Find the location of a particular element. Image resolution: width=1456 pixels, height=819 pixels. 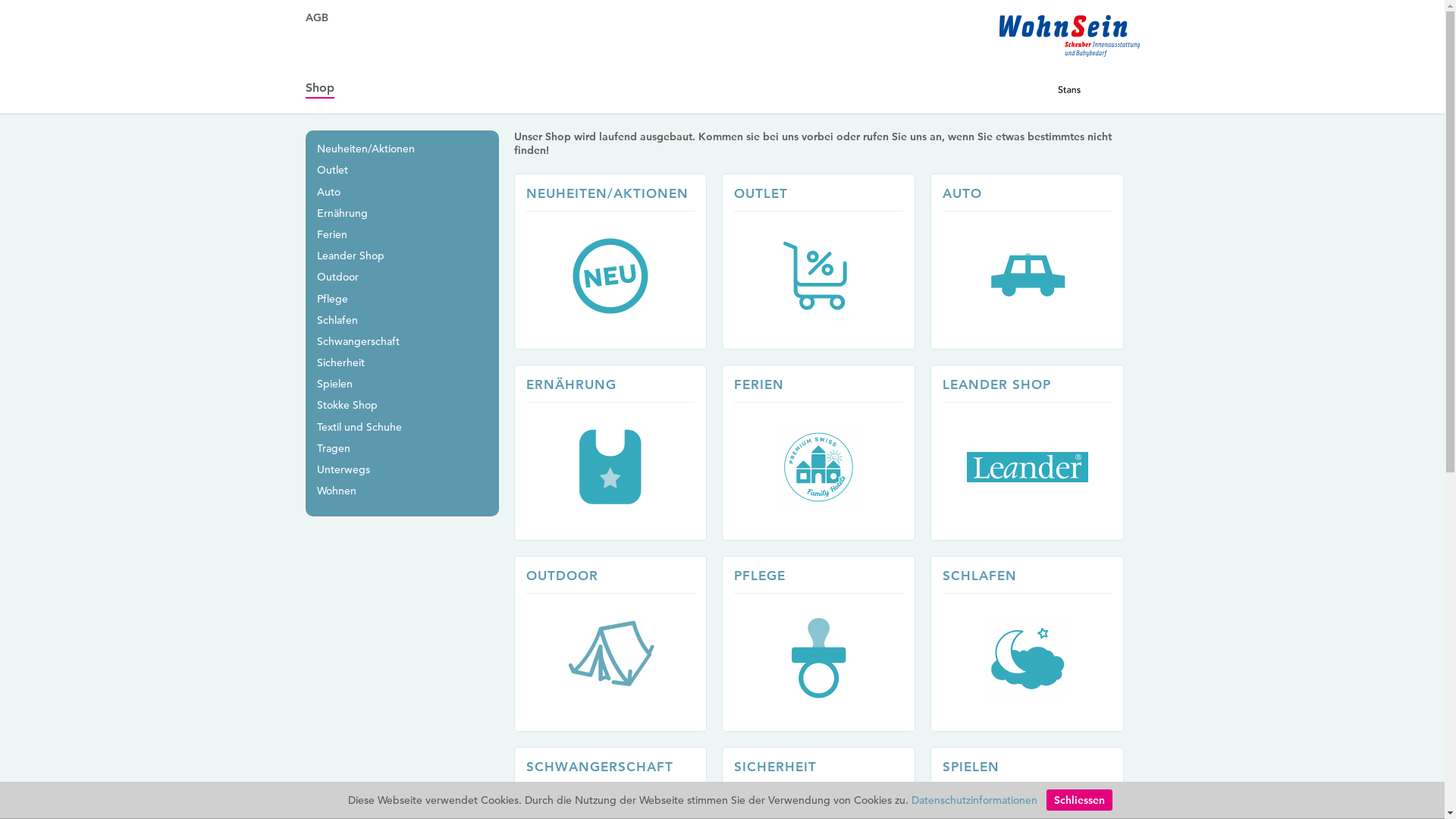

'Spielen' is located at coordinates (334, 382).